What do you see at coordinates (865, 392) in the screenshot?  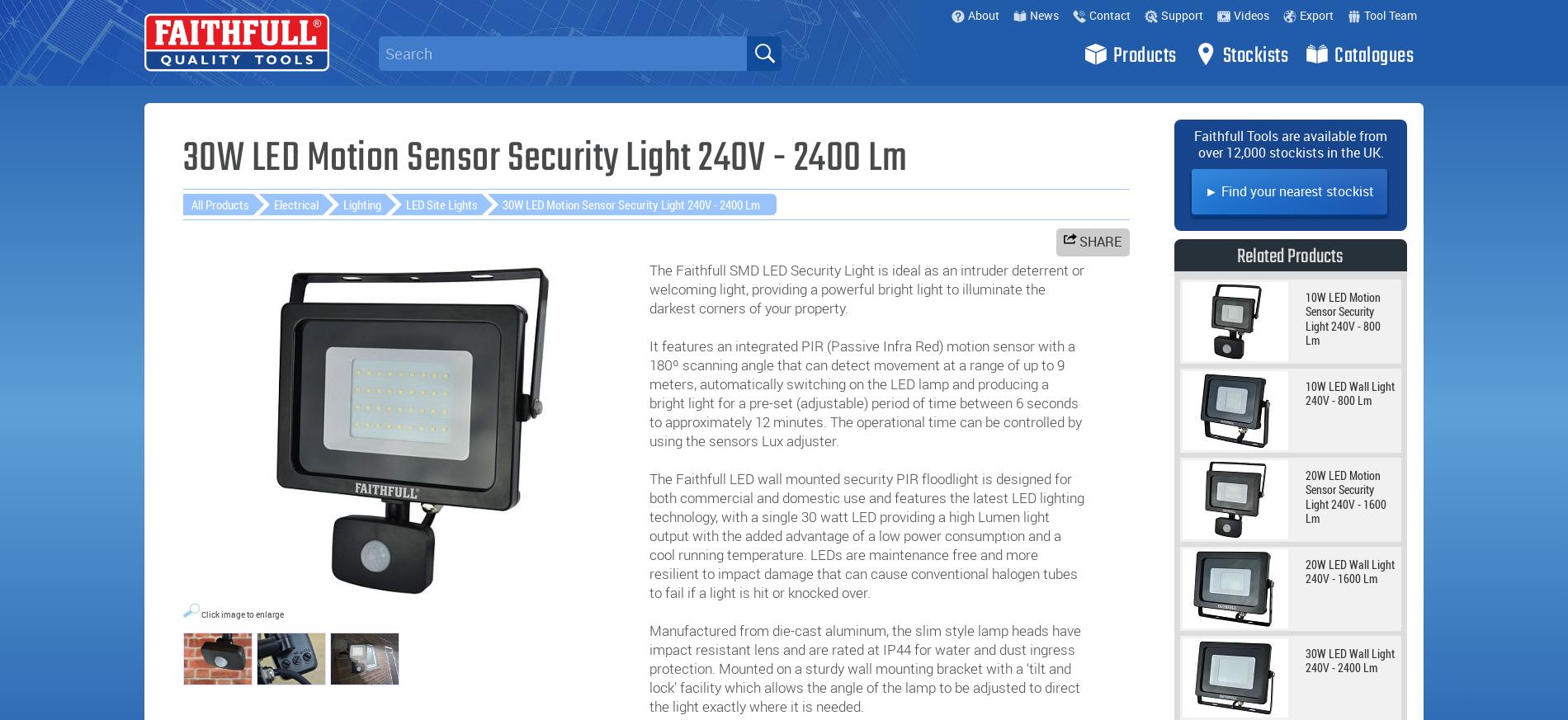 I see `'It features an integrated PIR (Passive Infra Red) motion sensor with a 180º scanning angle that can detect movement at a range of up to 9 meters, automatically switching on the LED lamp and producing a bright light for a pre-set (adjustable) period of time between 6 seconds to approximately 12 minutes. The operational time can be controlled by using the sensors Lux adjuster.'` at bounding box center [865, 392].